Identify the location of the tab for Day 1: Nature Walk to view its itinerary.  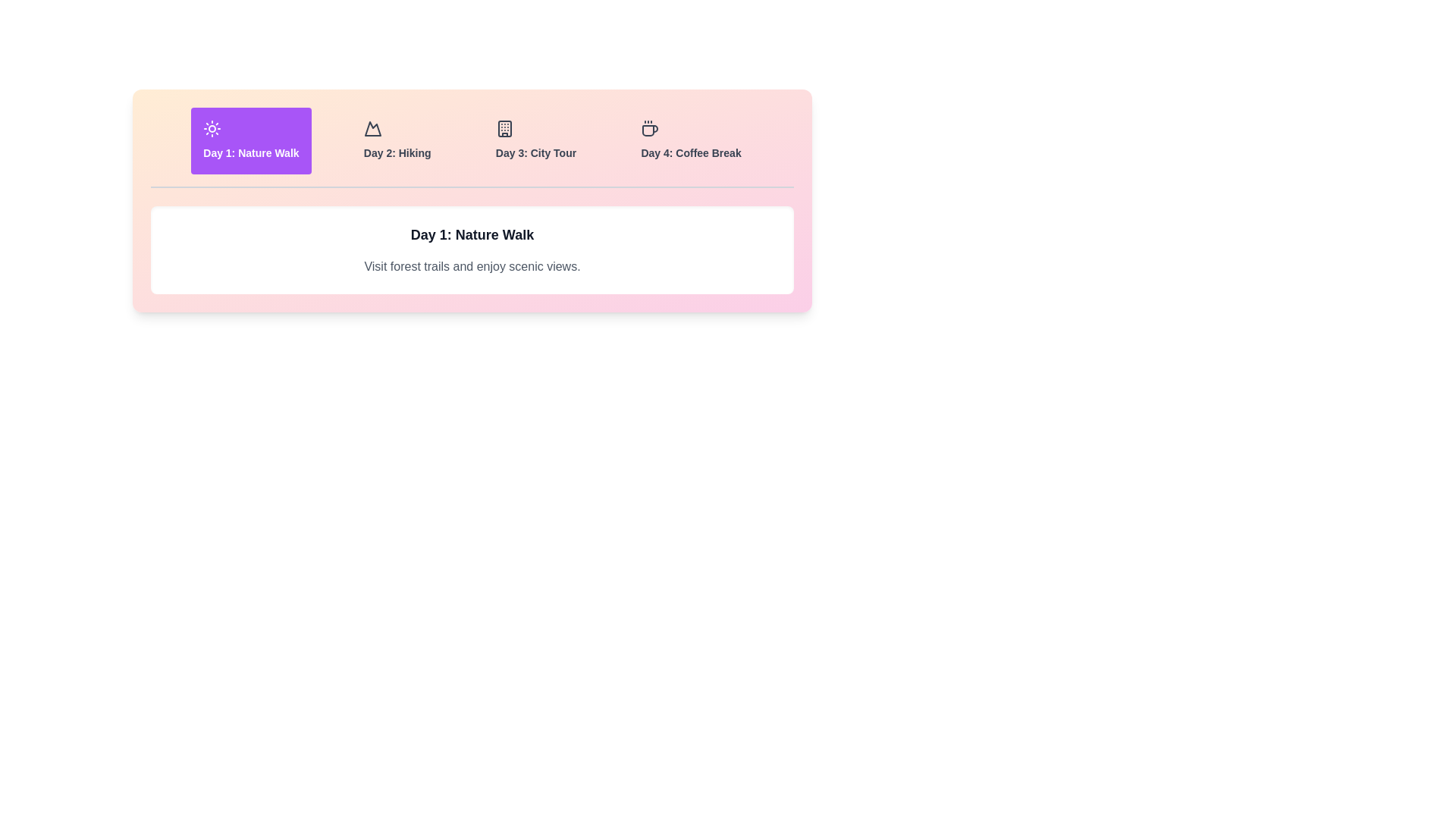
(251, 140).